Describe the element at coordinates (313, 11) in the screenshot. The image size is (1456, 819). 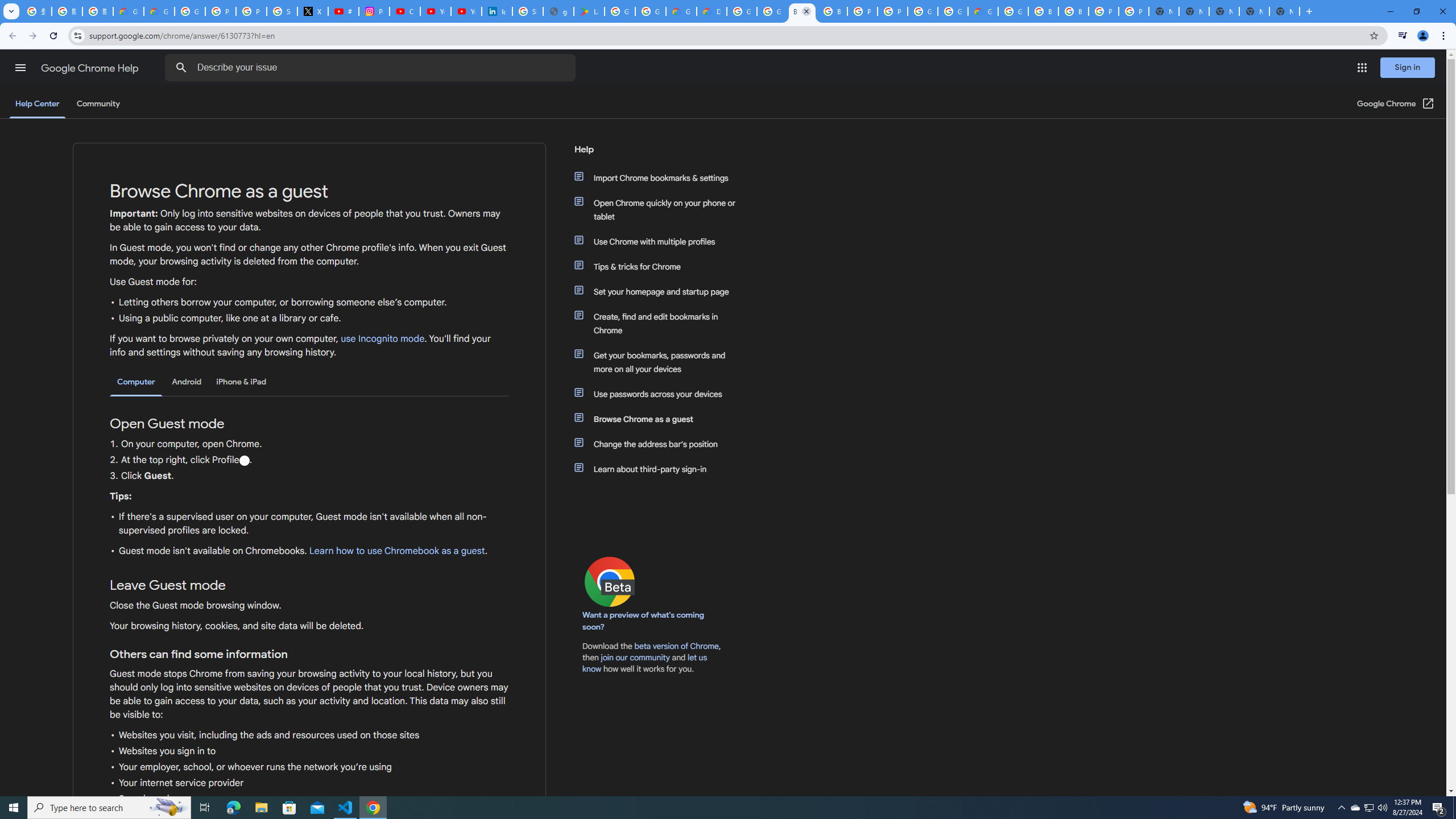
I see `'X'` at that location.